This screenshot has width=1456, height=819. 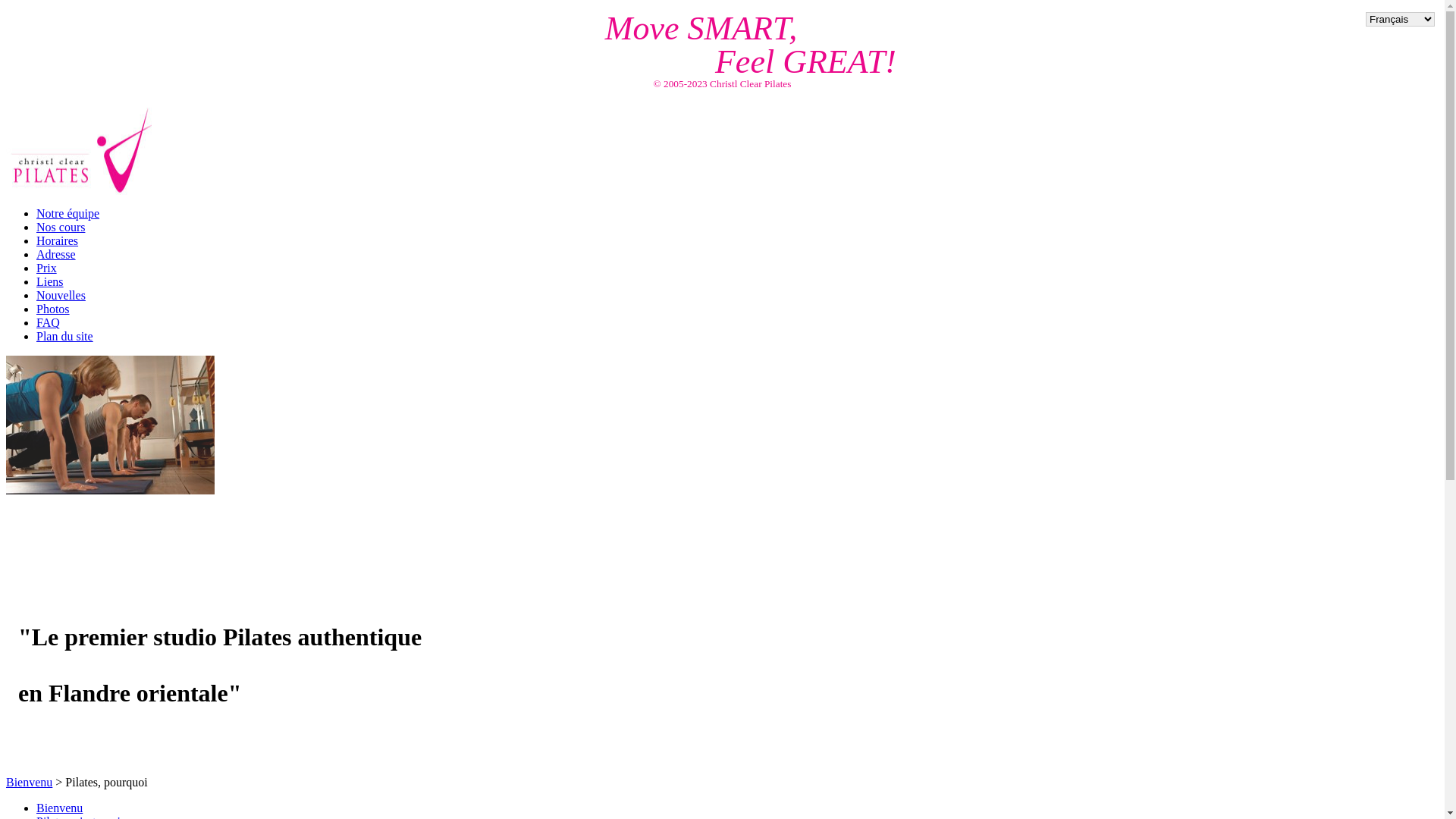 I want to click on 'Nos cours', so click(x=61, y=227).